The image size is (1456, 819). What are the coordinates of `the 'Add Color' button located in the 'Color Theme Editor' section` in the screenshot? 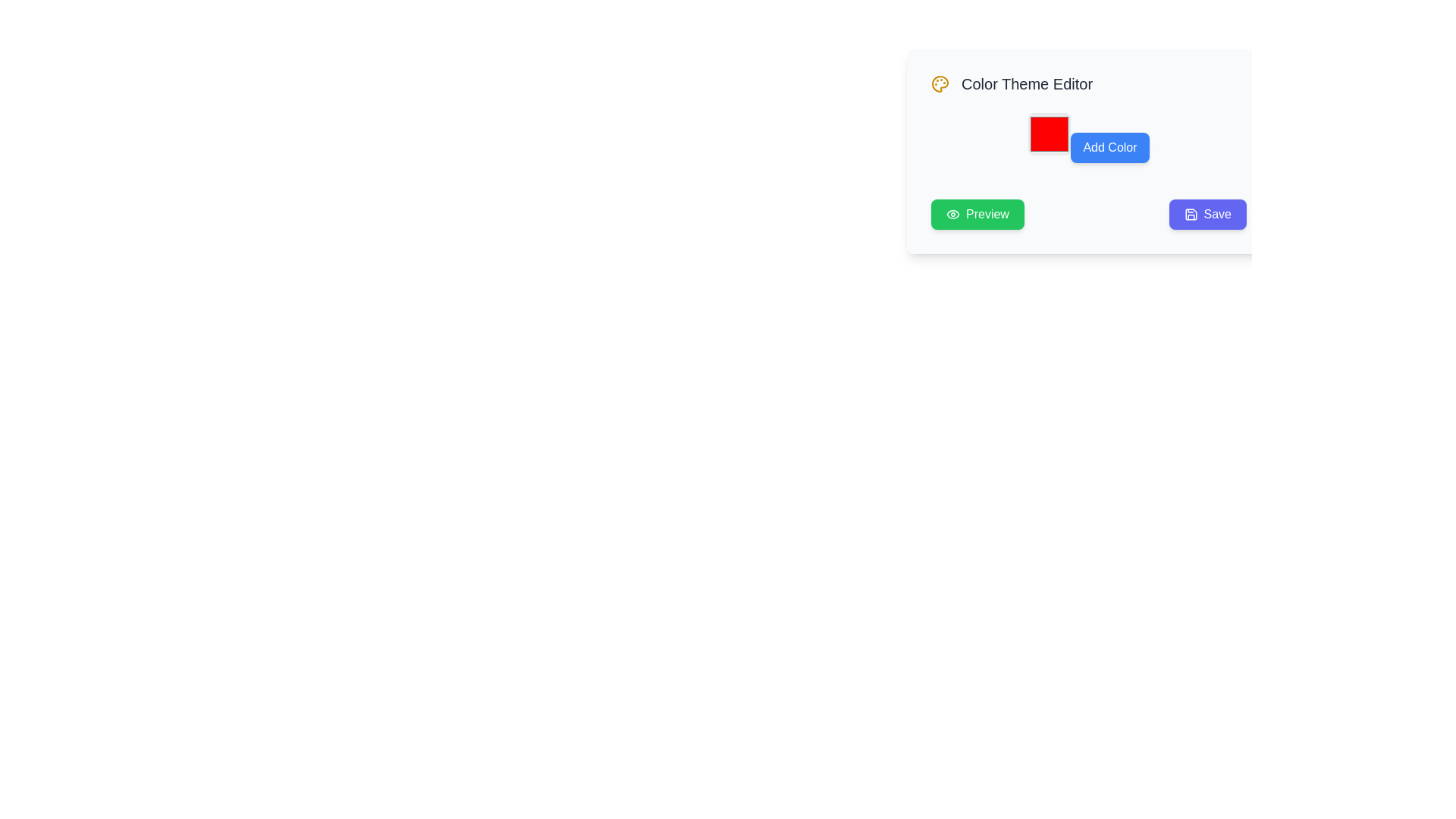 It's located at (1087, 137).